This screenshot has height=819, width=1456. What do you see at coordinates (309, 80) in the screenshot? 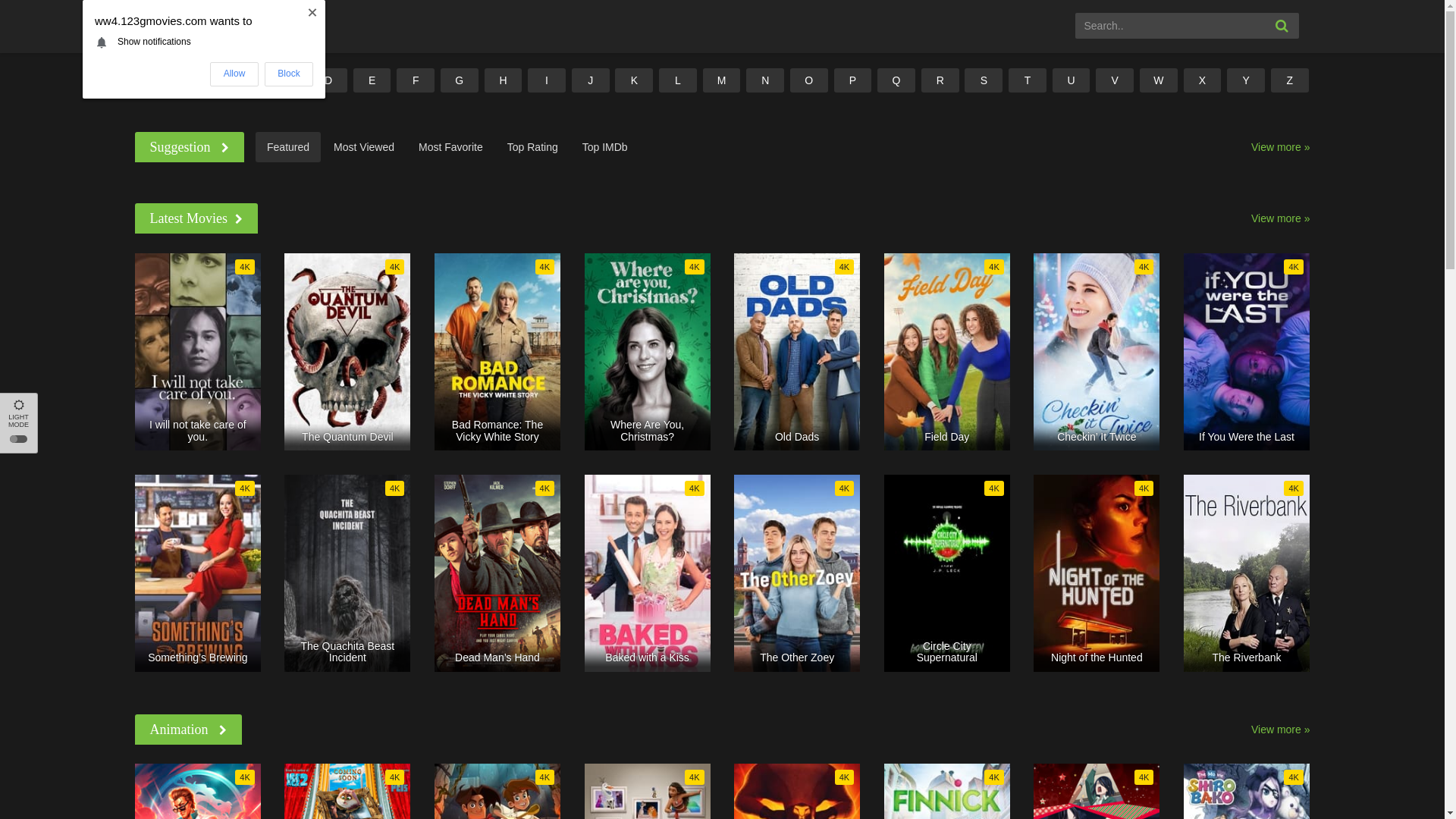
I see `'D'` at bounding box center [309, 80].